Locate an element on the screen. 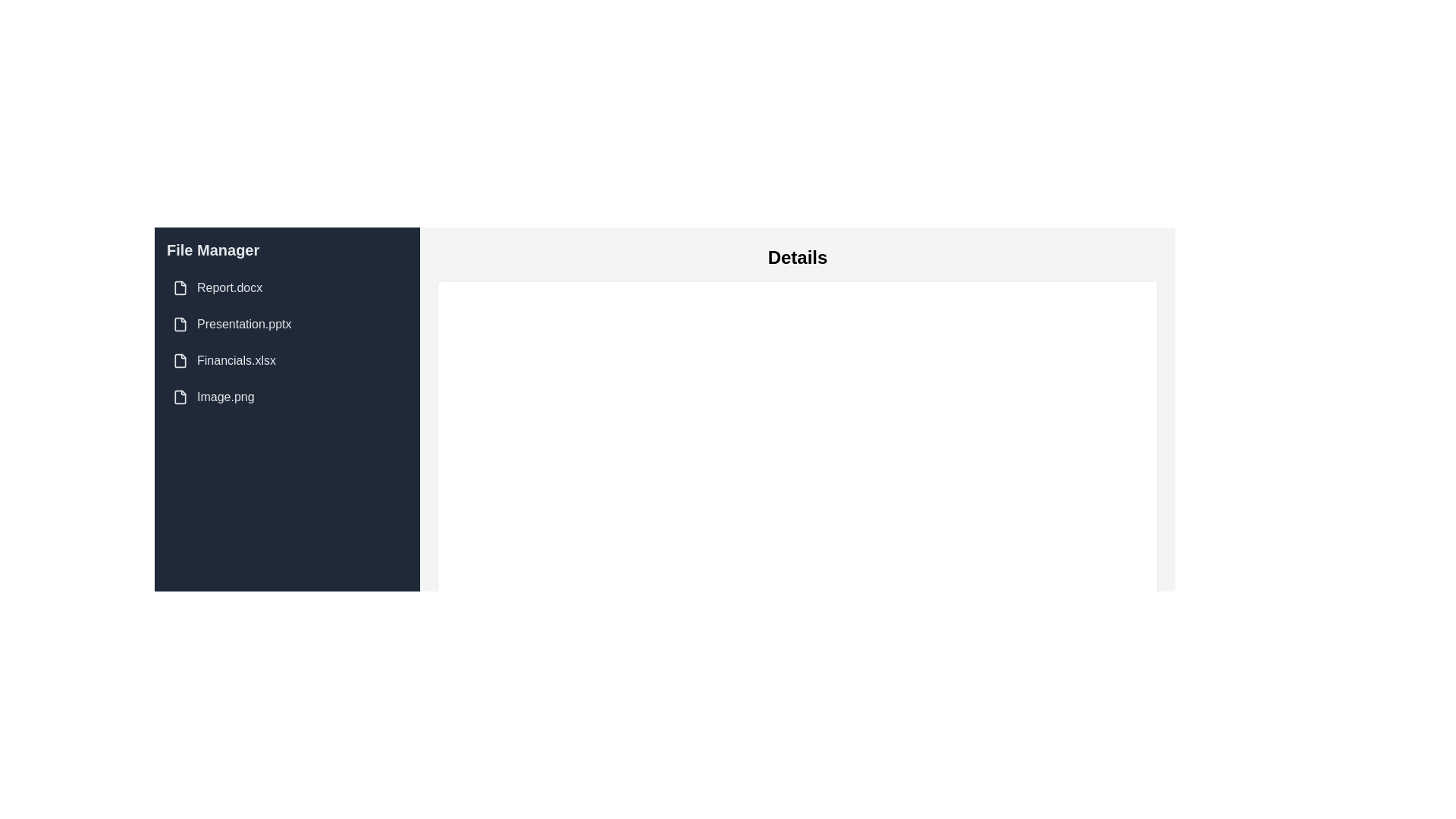 The image size is (1456, 819). the file icon representing 'Presentation.pptx', which is the second item is located at coordinates (180, 324).